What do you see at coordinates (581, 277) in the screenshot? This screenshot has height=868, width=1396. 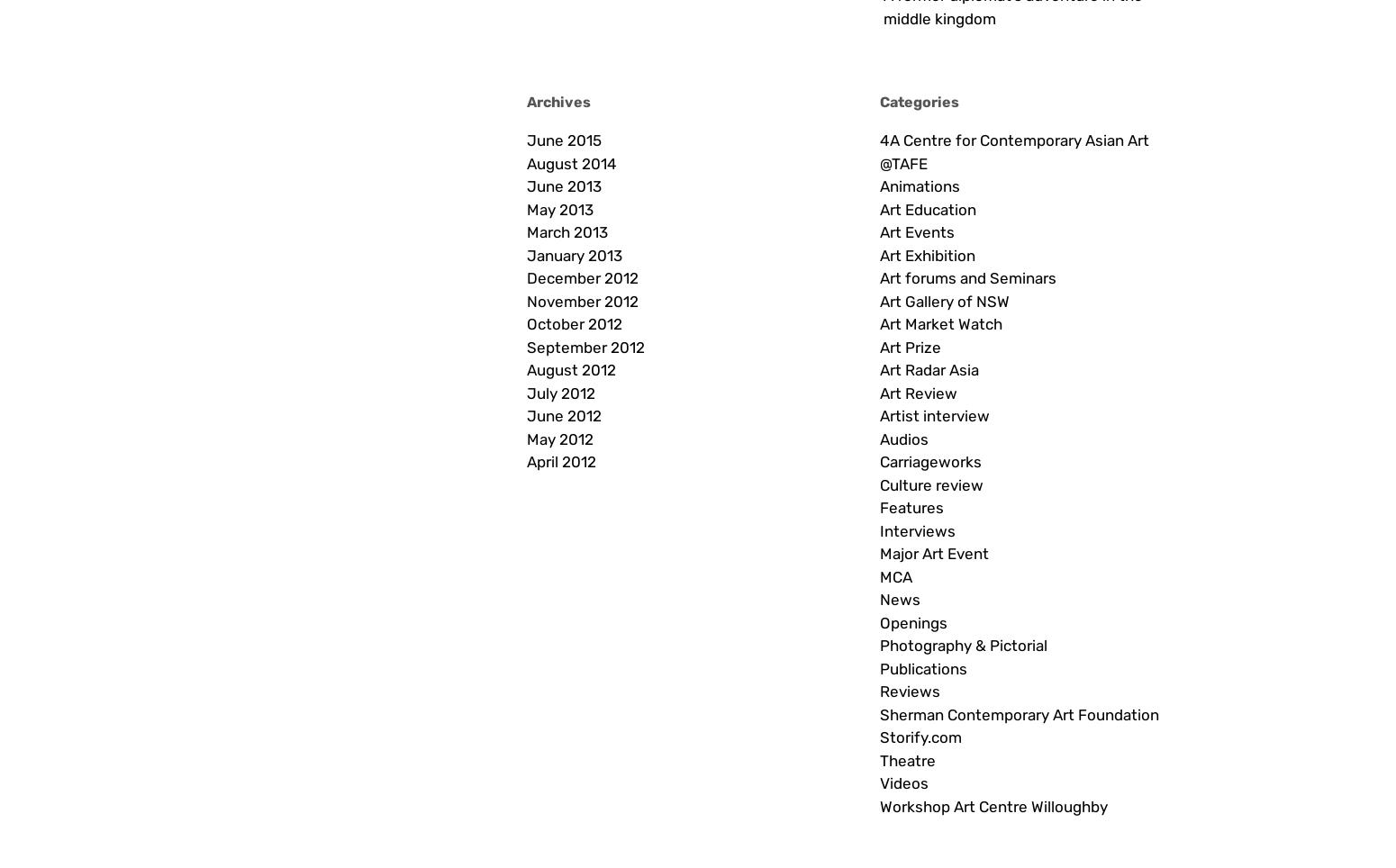 I see `'December 2012'` at bounding box center [581, 277].